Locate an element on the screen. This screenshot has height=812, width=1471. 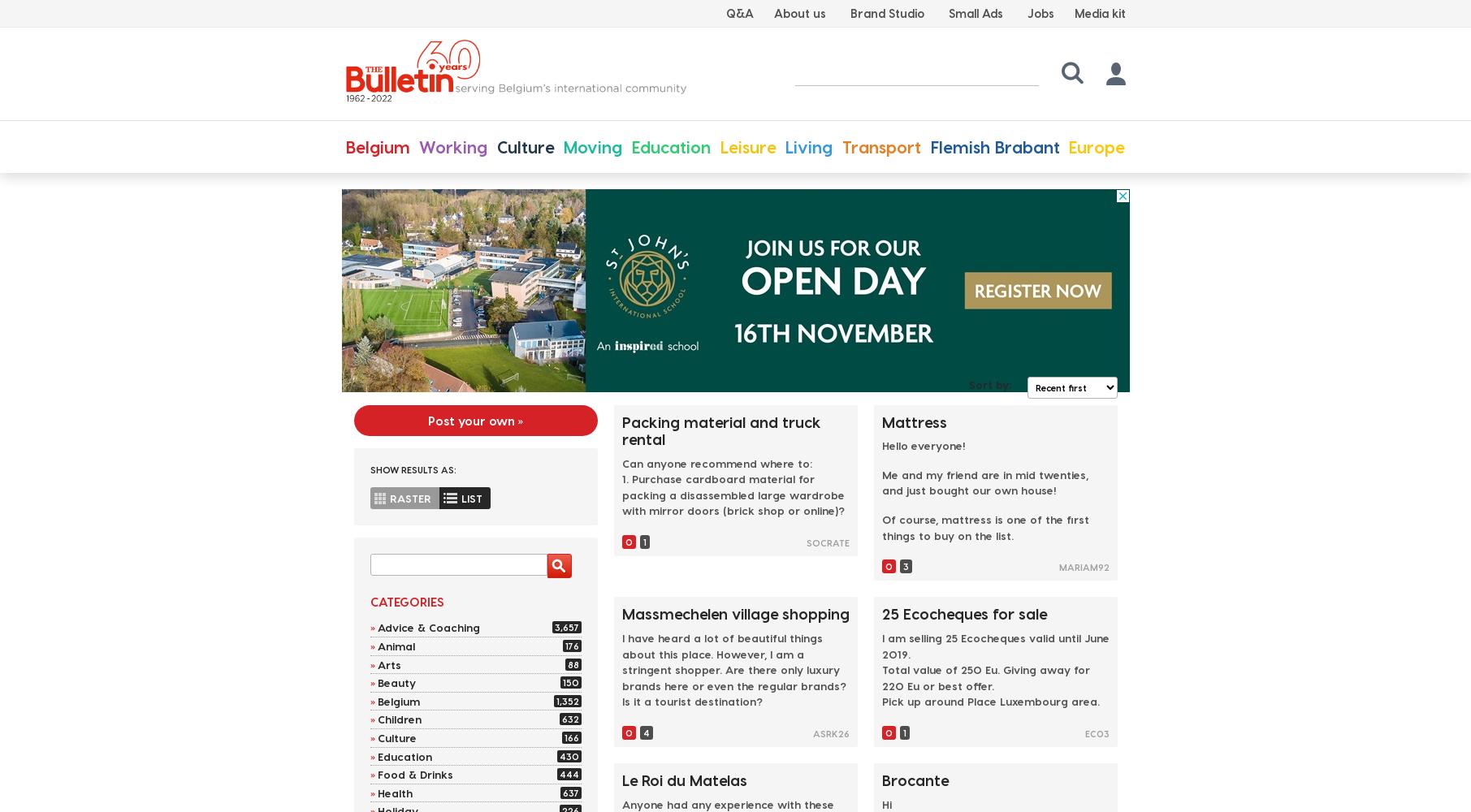
'88' is located at coordinates (572, 663).